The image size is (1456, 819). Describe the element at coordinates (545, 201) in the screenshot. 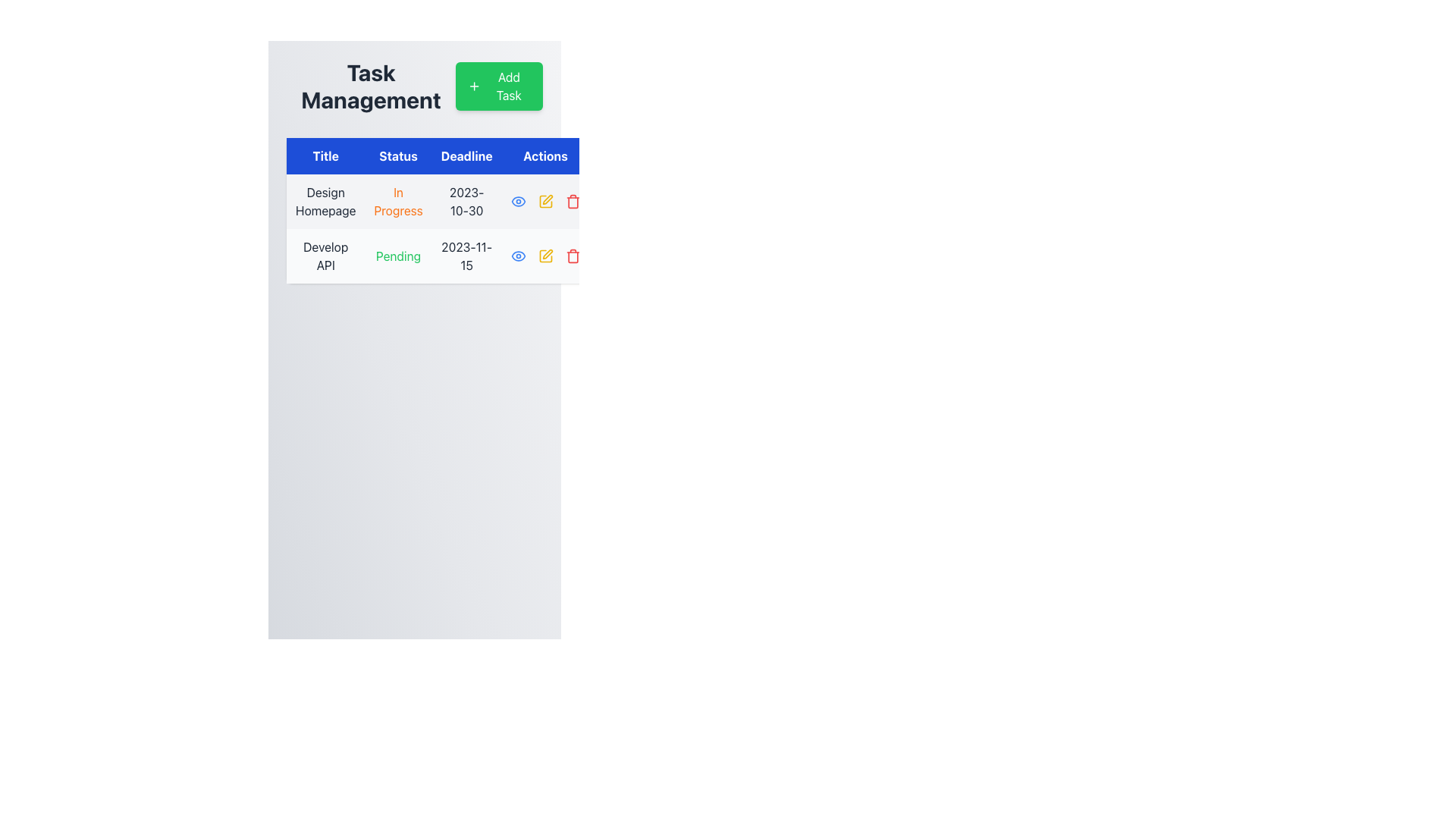

I see `the edit action icon, which is a square with rounded edges and a pen-like shape located in the 'Actions' column of the second row, second from the left` at that location.